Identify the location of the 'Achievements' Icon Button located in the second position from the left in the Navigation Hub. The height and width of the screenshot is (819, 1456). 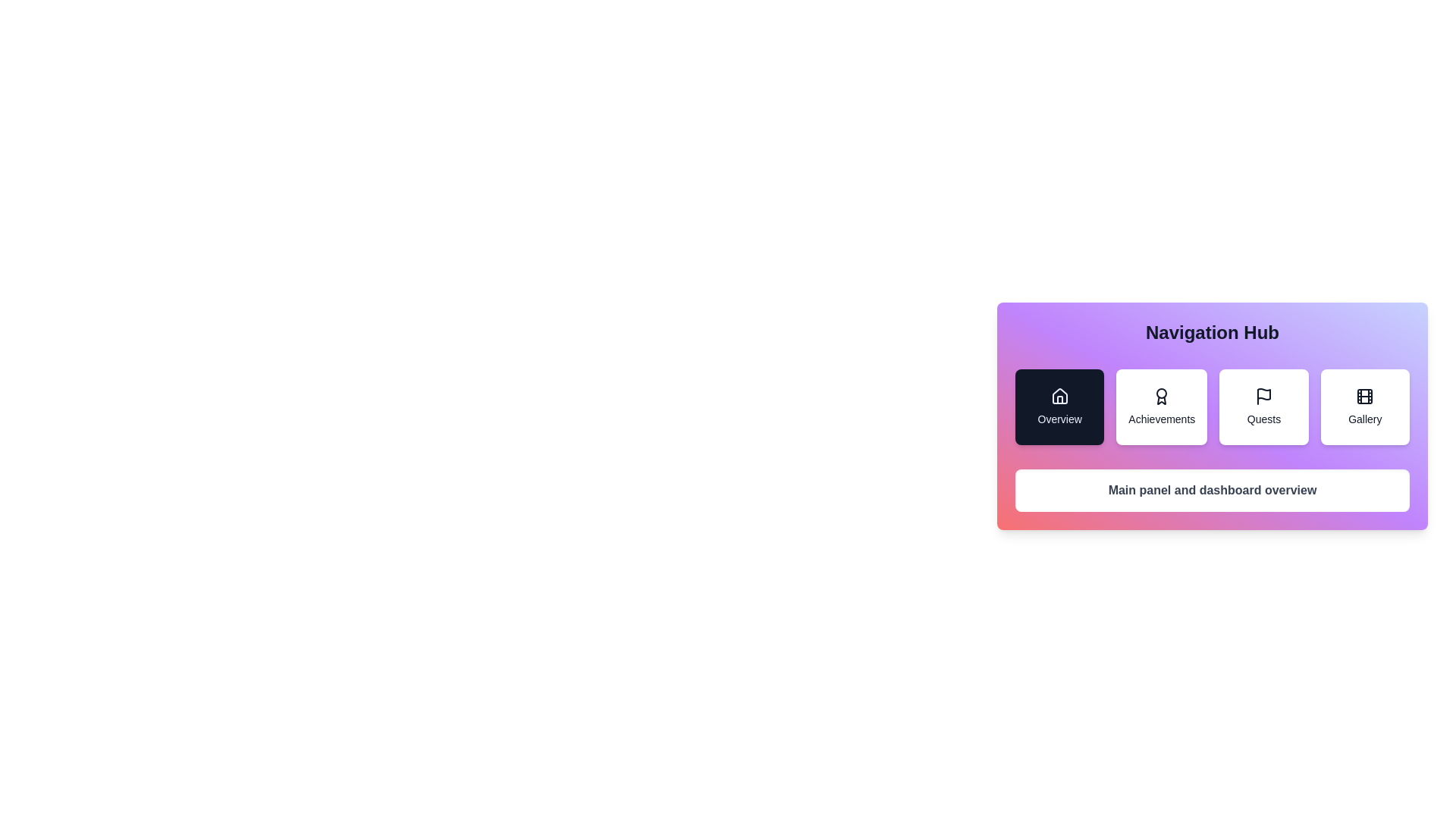
(1160, 396).